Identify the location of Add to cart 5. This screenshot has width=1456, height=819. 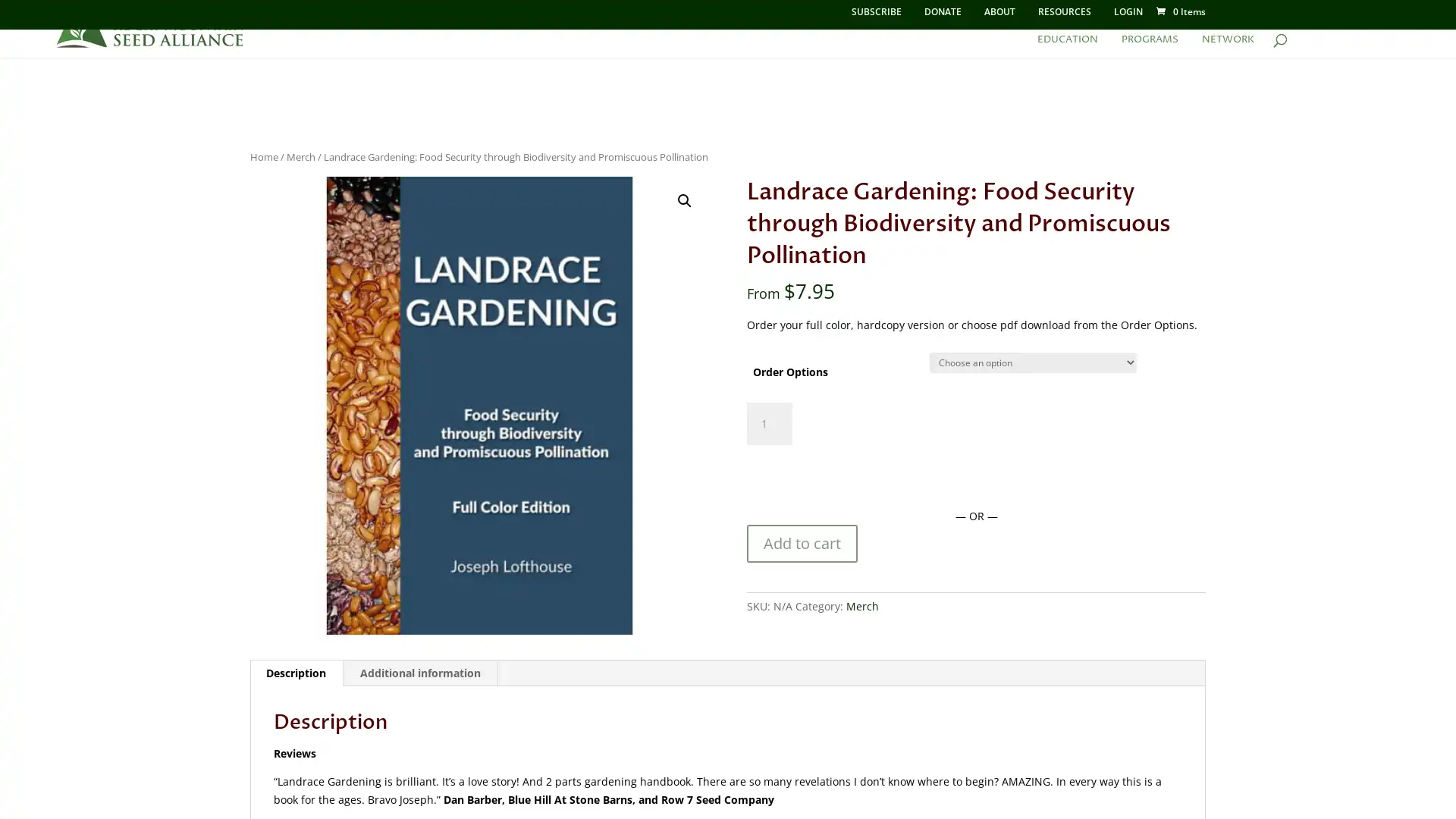
(801, 543).